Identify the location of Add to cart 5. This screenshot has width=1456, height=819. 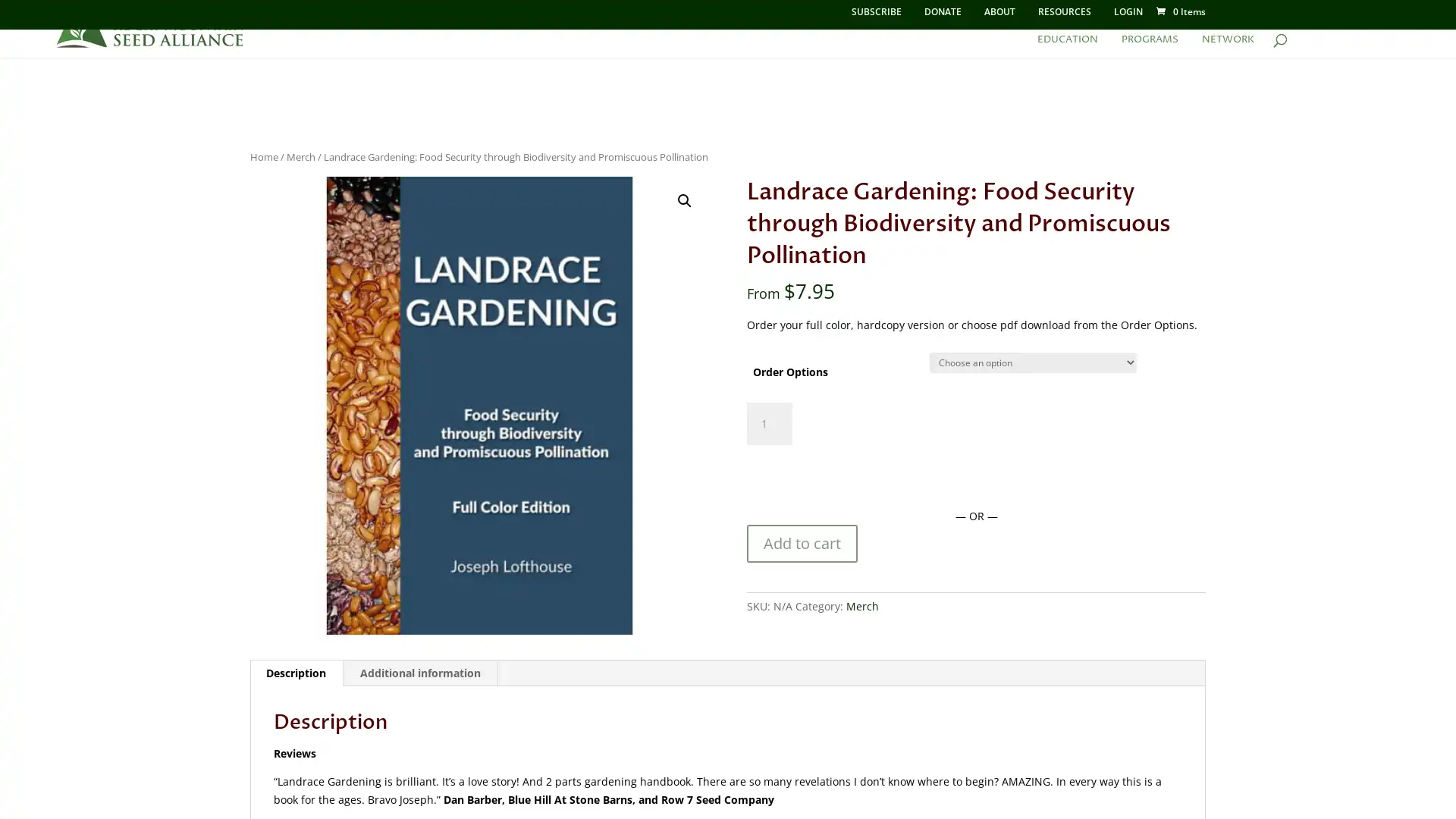
(801, 543).